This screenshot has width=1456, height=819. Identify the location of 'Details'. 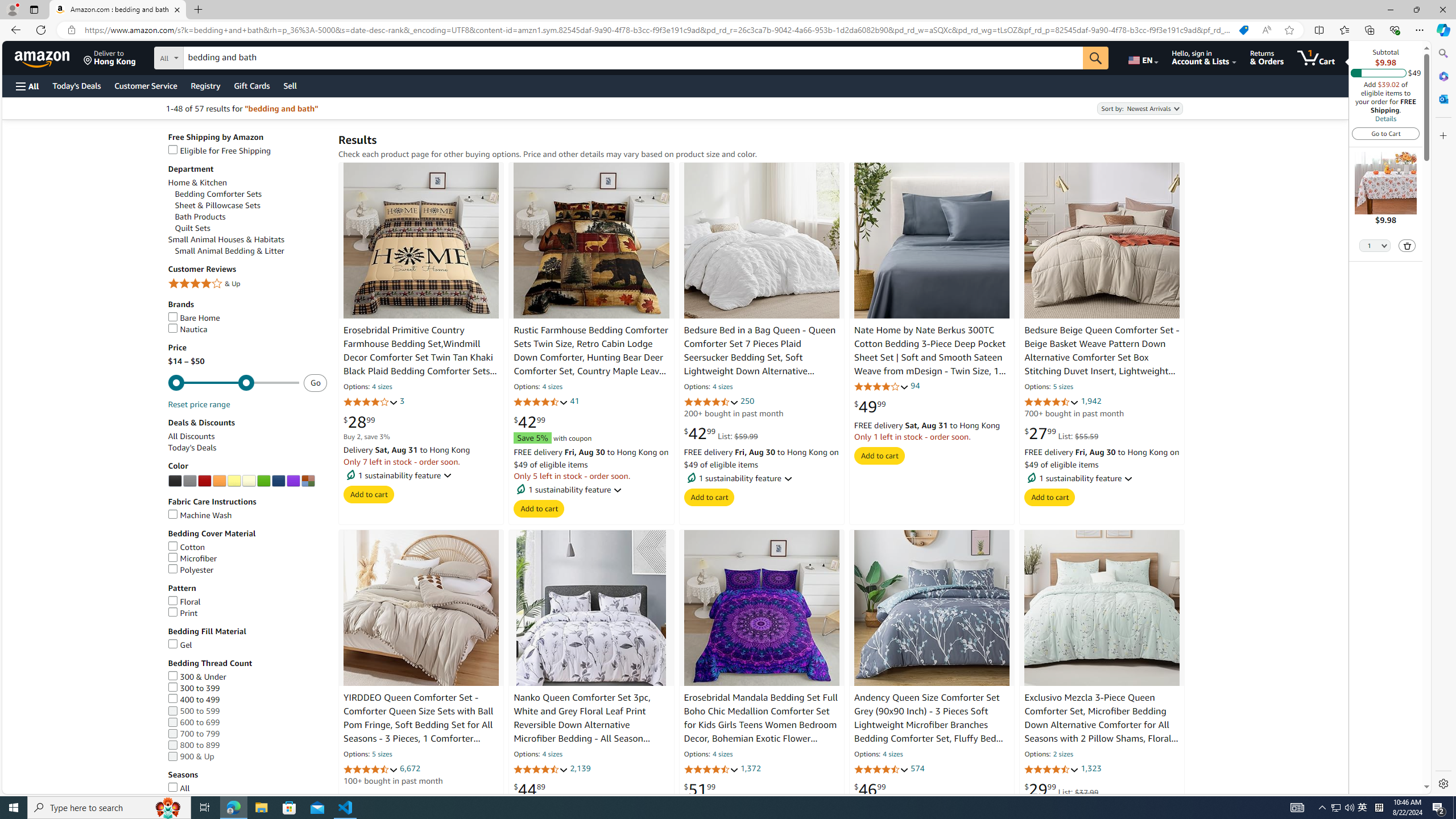
(1384, 118).